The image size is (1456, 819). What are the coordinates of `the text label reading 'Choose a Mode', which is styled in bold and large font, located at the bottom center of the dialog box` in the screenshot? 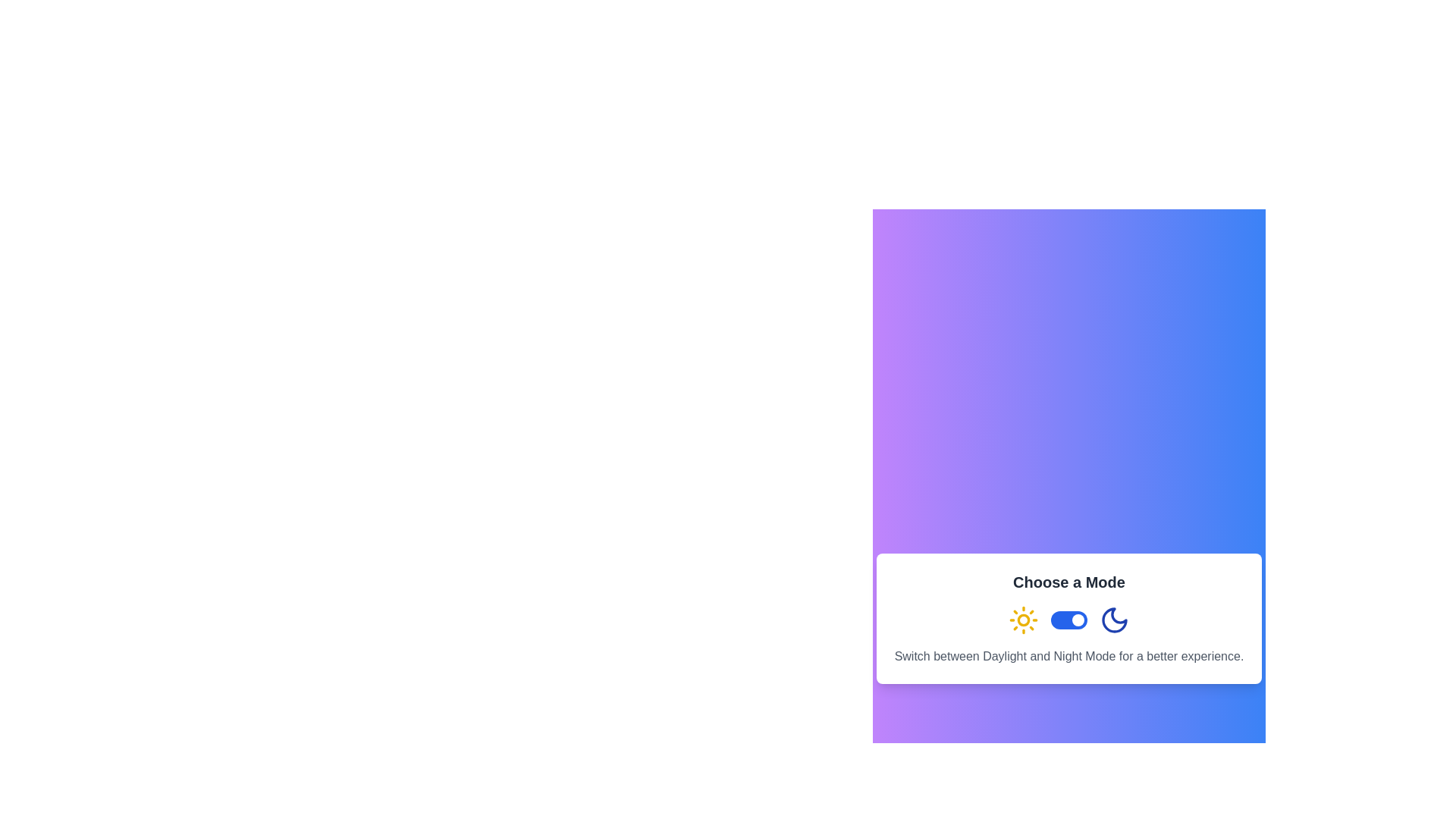 It's located at (1068, 581).